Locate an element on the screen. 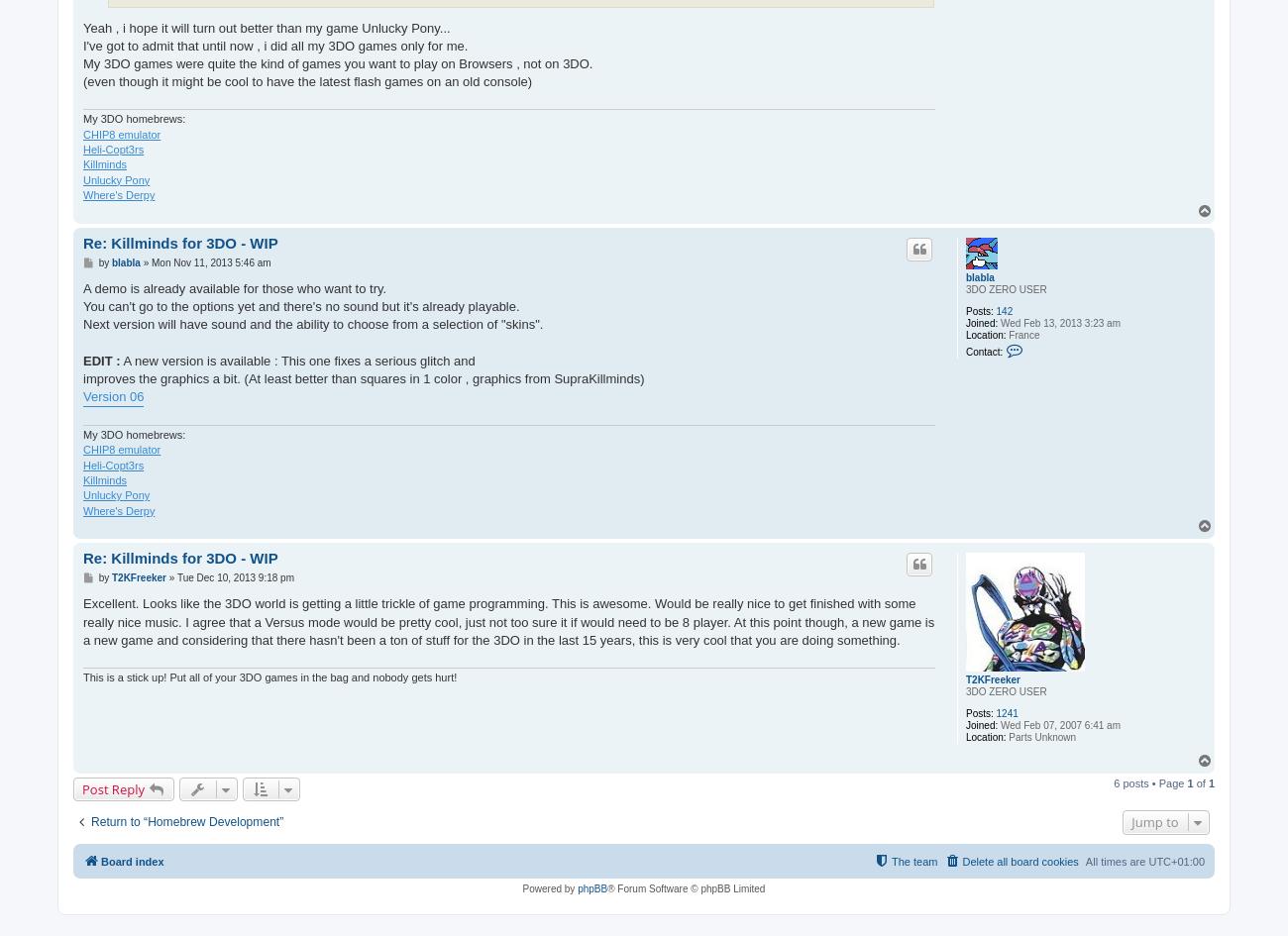  'Yeah , i hope it will turn out better than my game Unlucky Pony...' is located at coordinates (265, 27).